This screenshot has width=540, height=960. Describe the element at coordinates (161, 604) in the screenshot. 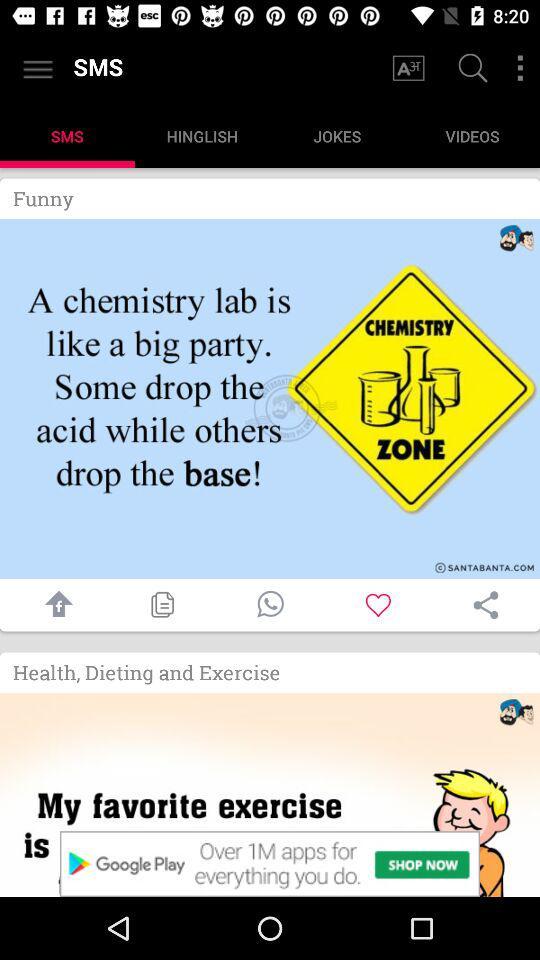

I see `copy displayed content` at that location.